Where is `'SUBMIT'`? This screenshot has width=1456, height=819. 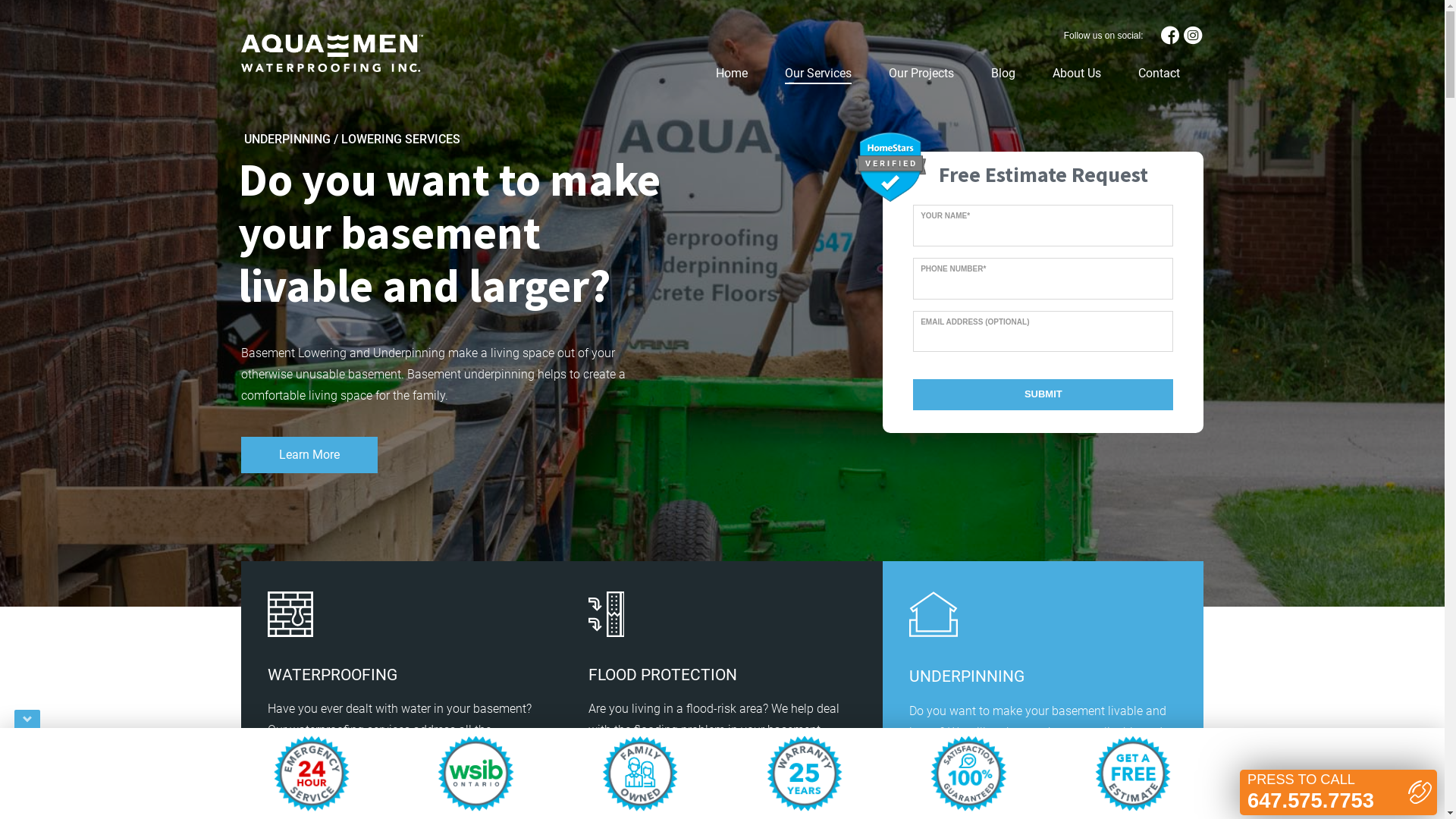
'SUBMIT' is located at coordinates (1042, 394).